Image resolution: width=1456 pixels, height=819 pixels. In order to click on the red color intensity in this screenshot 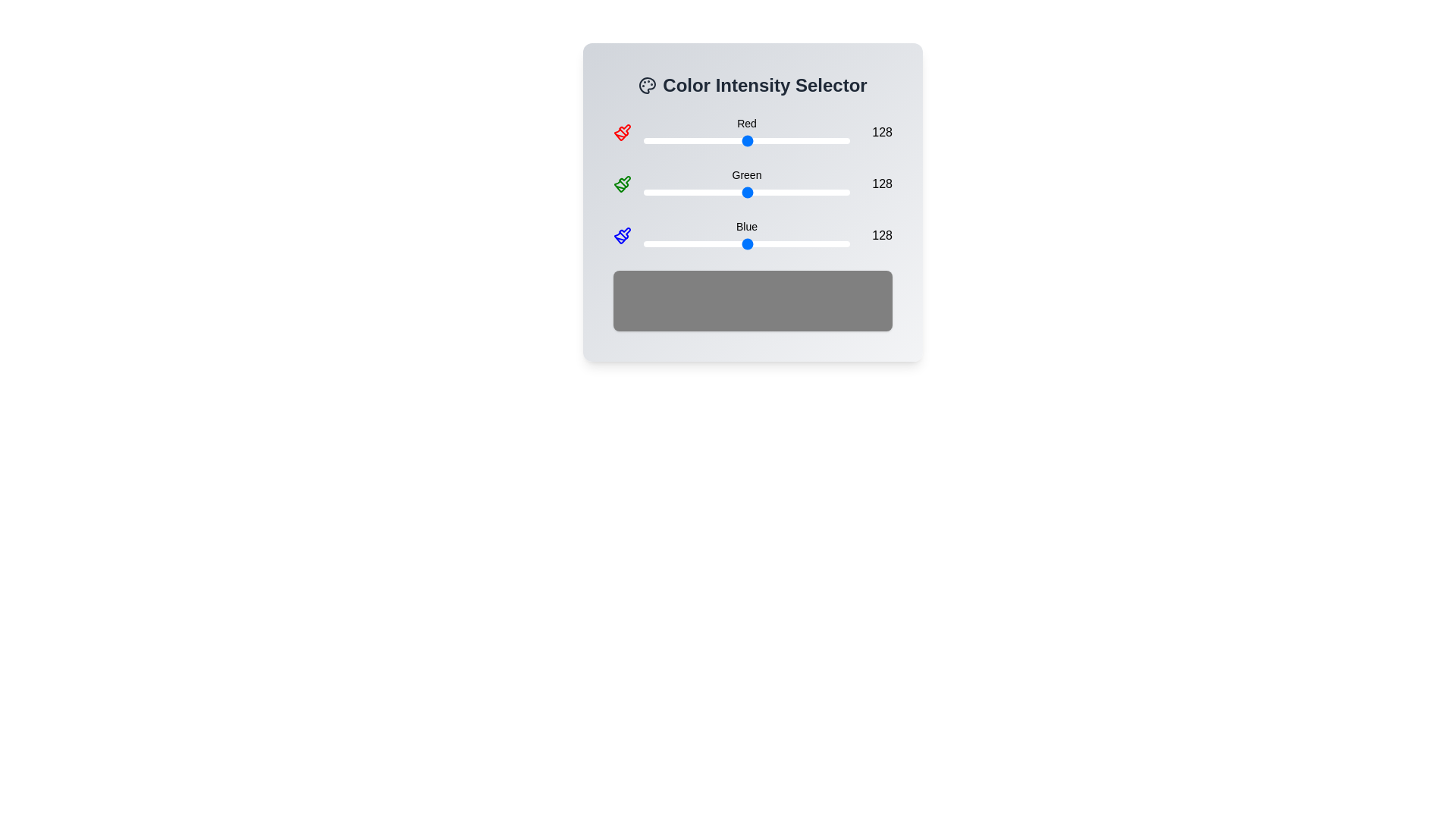, I will do `click(673, 140)`.